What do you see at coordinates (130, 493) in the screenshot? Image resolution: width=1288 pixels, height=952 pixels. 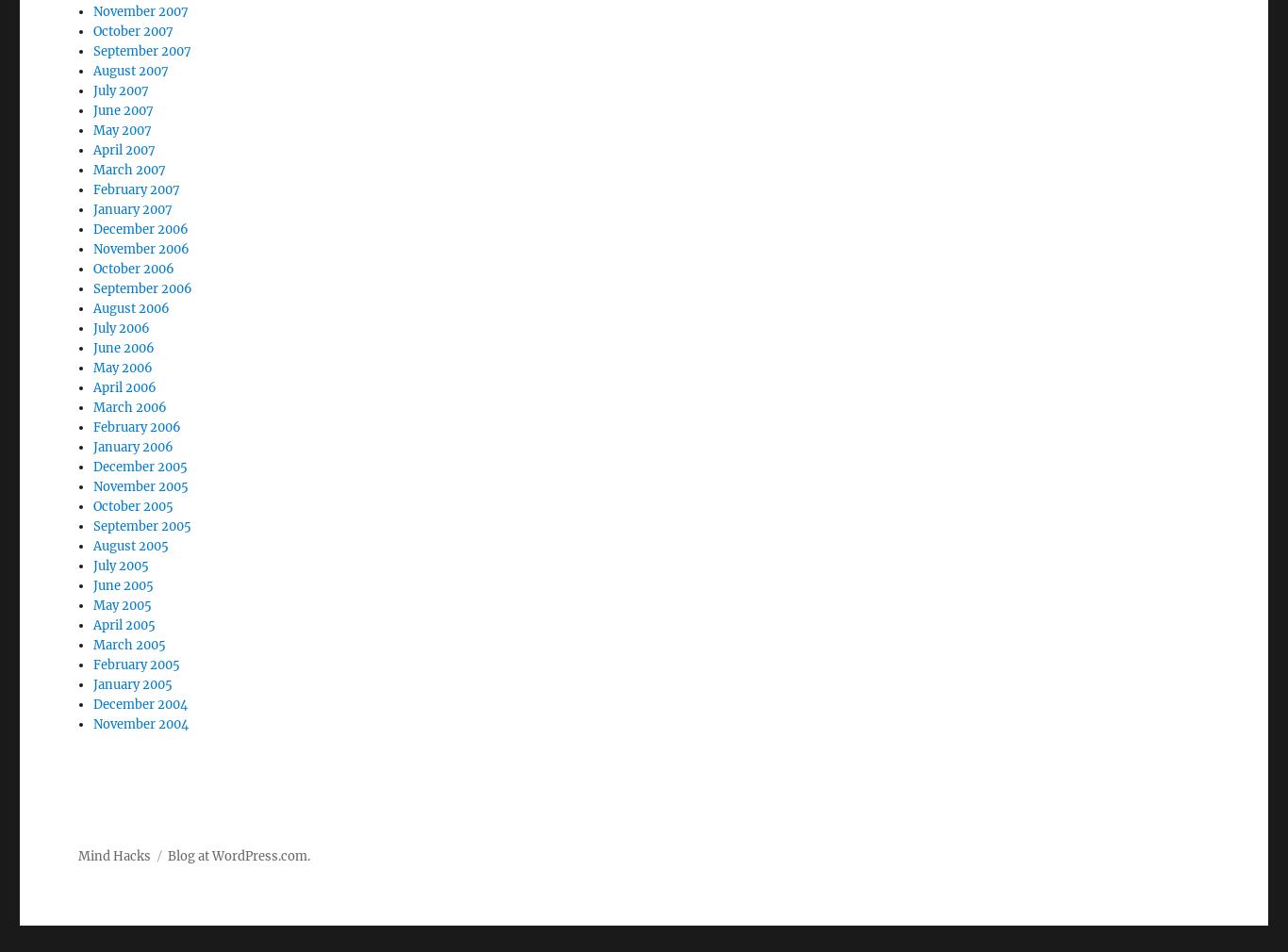 I see `'August 2005'` at bounding box center [130, 493].